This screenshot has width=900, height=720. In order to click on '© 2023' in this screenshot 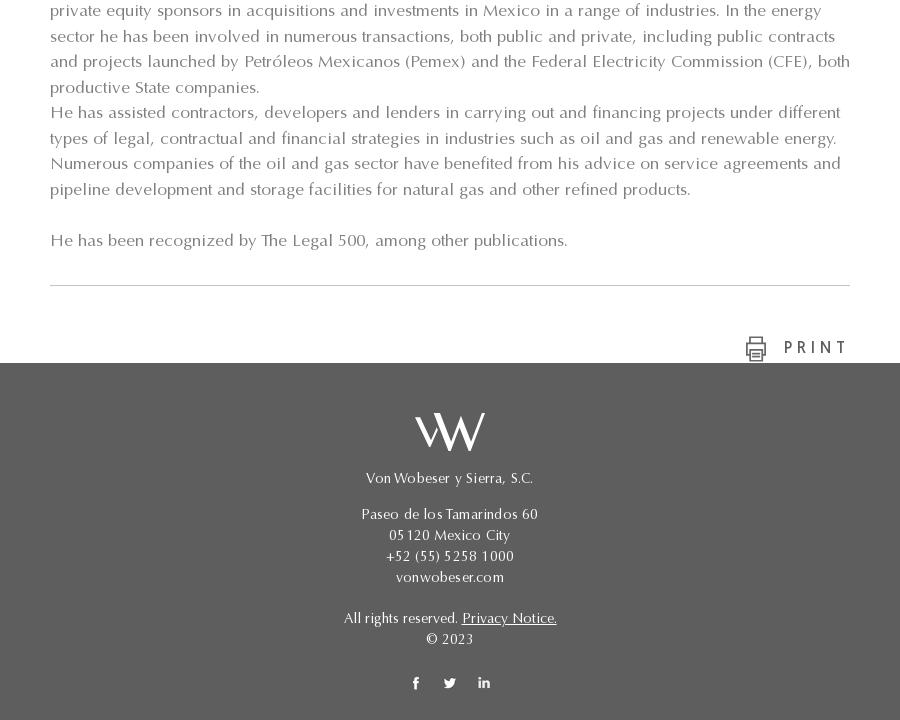, I will do `click(450, 641)`.